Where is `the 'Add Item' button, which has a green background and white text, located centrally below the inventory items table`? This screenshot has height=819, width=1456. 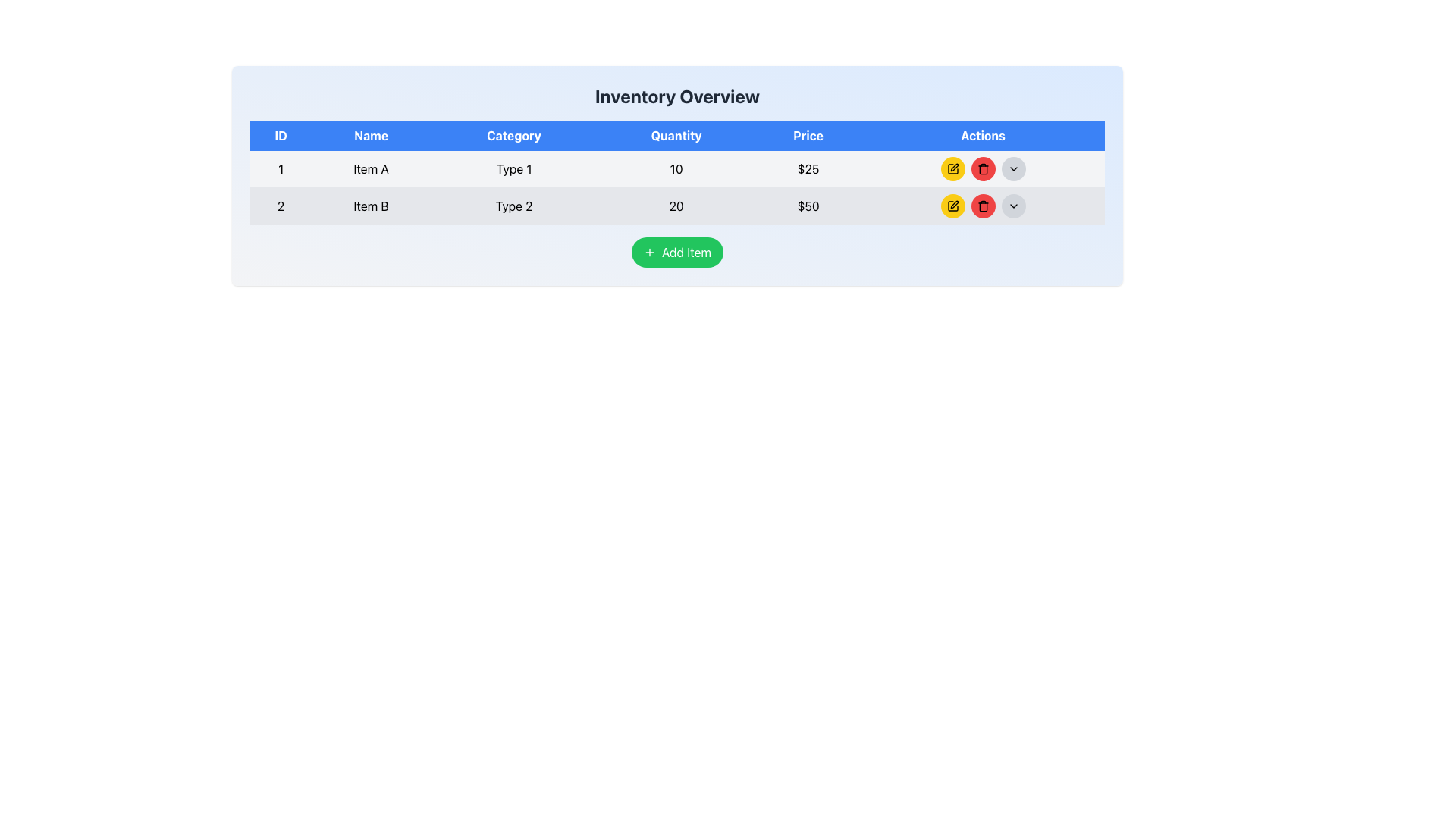
the 'Add Item' button, which has a green background and white text, located centrally below the inventory items table is located at coordinates (676, 251).